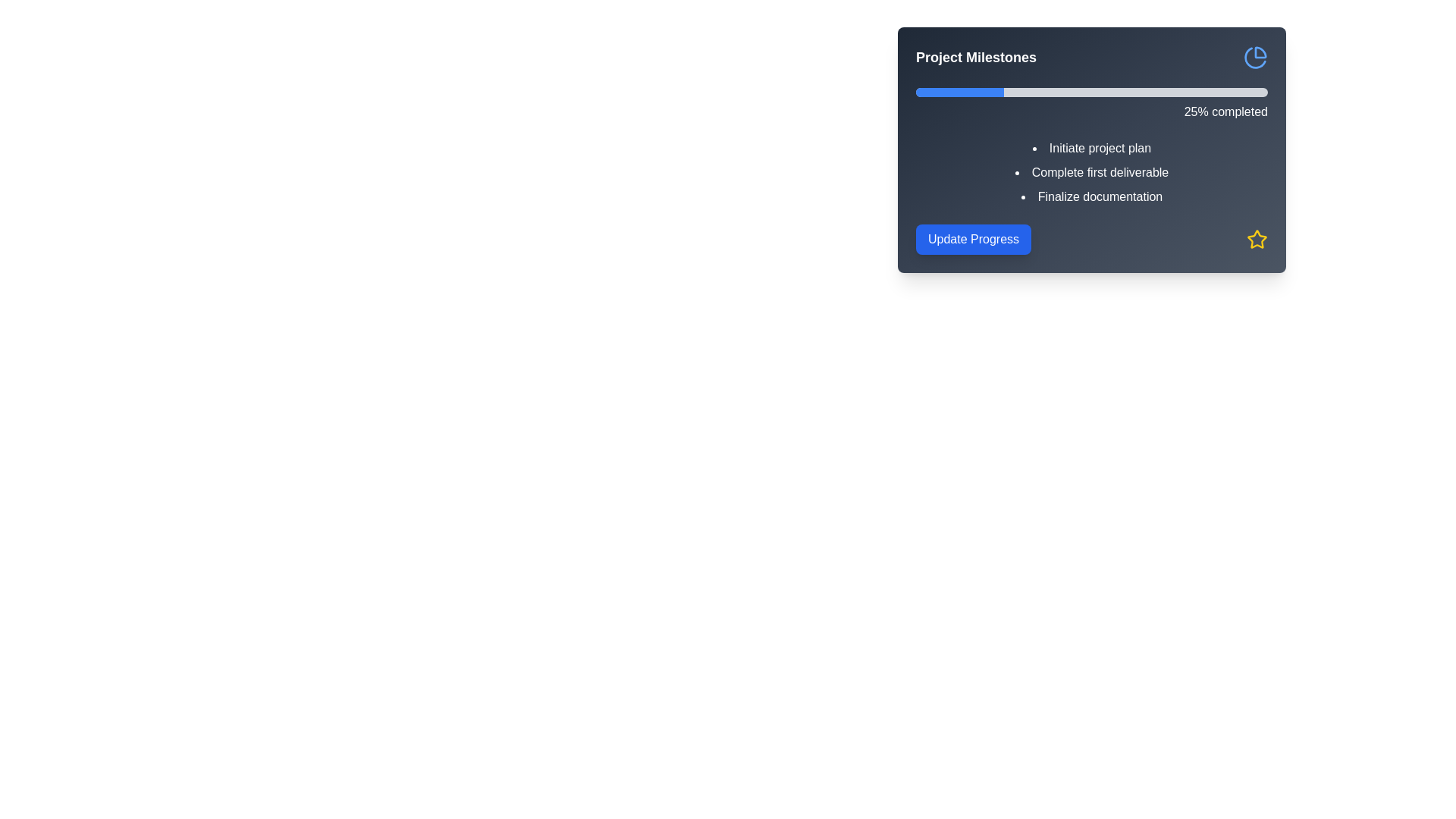 The height and width of the screenshot is (819, 1456). I want to click on descriptive text of the horizontal progress bar located below the title in the 'Project Milestones' card to understand the progress of the project milestone, so click(1092, 104).